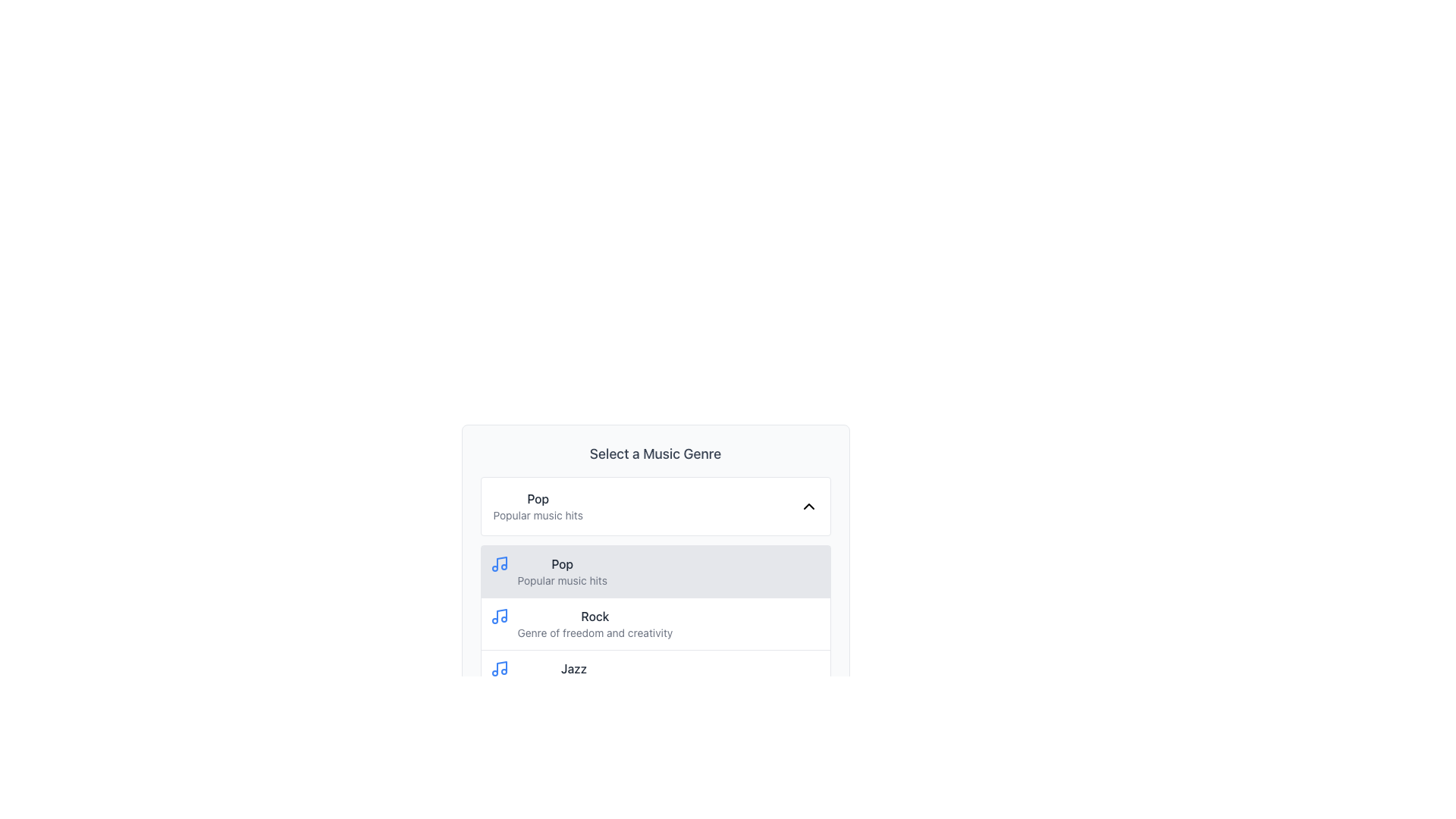 The image size is (1456, 819). Describe the element at coordinates (655, 649) in the screenshot. I see `the second item in the 'Select a Music Genre' dropdown list` at that location.